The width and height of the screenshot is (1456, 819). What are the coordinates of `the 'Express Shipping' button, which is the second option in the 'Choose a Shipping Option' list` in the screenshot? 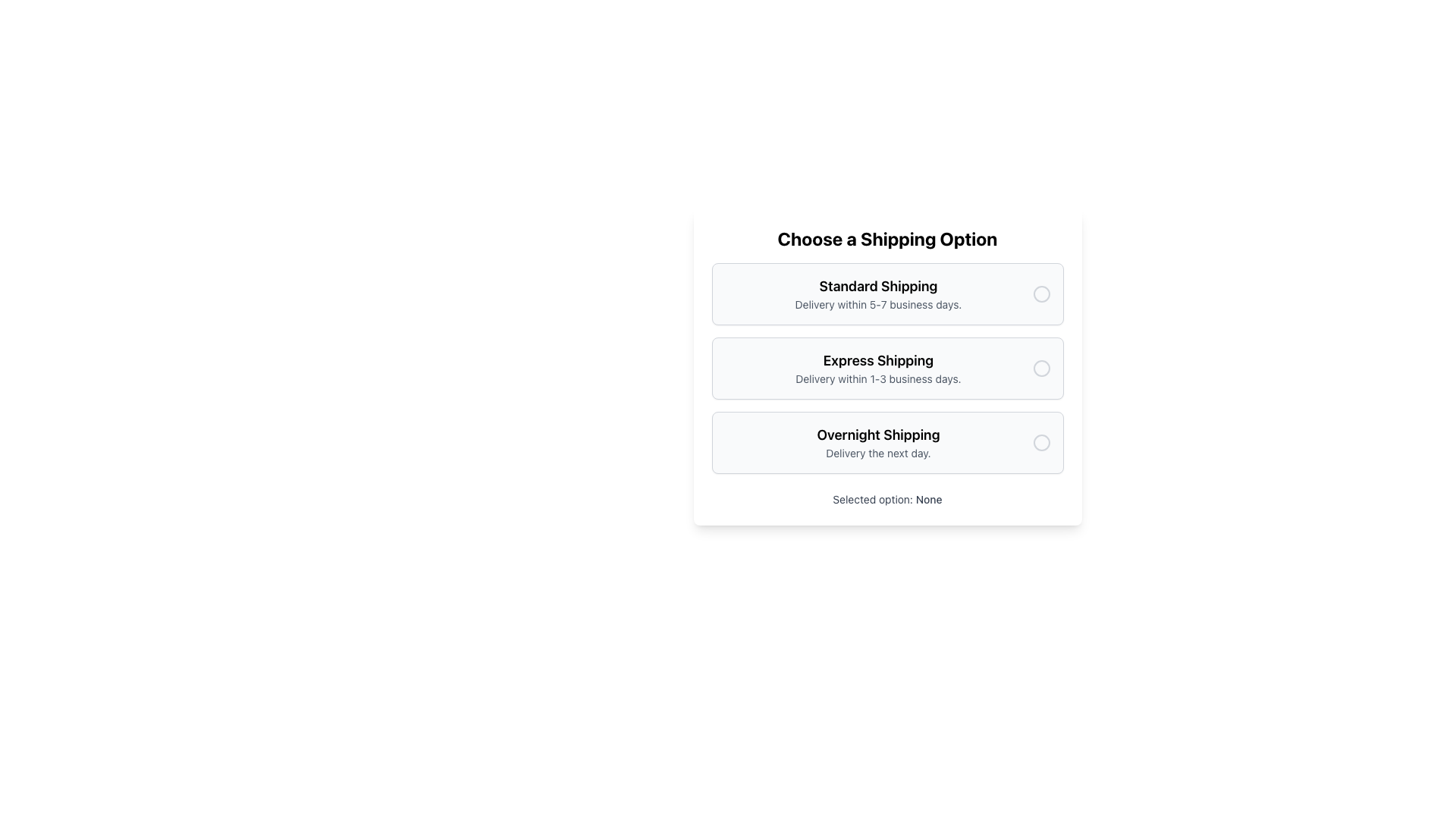 It's located at (887, 369).